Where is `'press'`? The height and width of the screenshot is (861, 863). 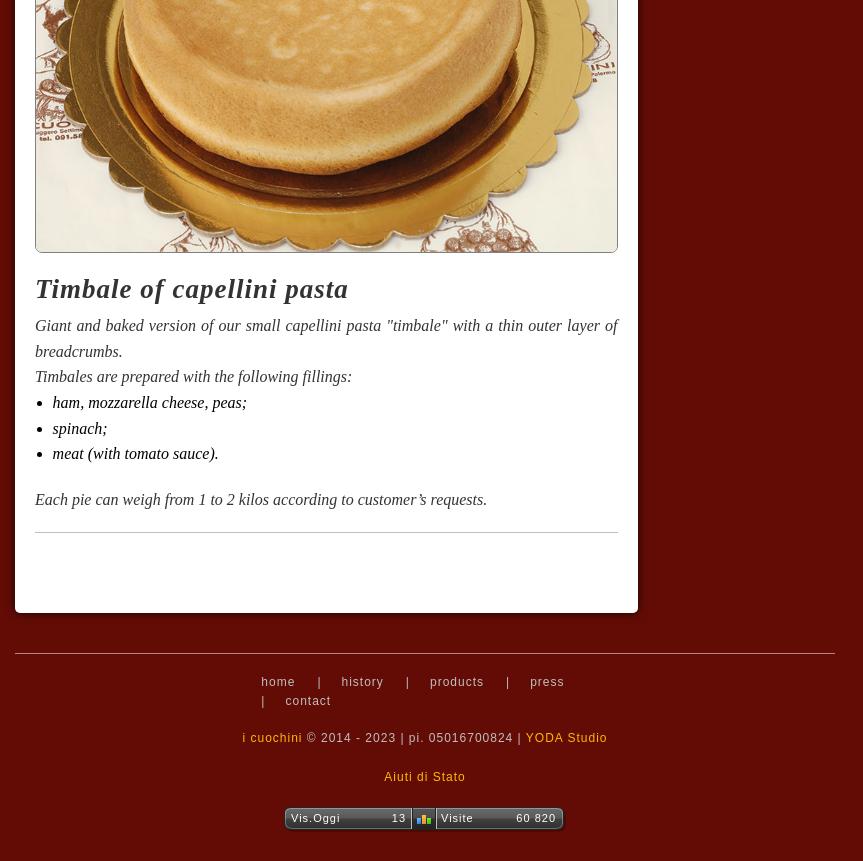
'press' is located at coordinates (546, 680).